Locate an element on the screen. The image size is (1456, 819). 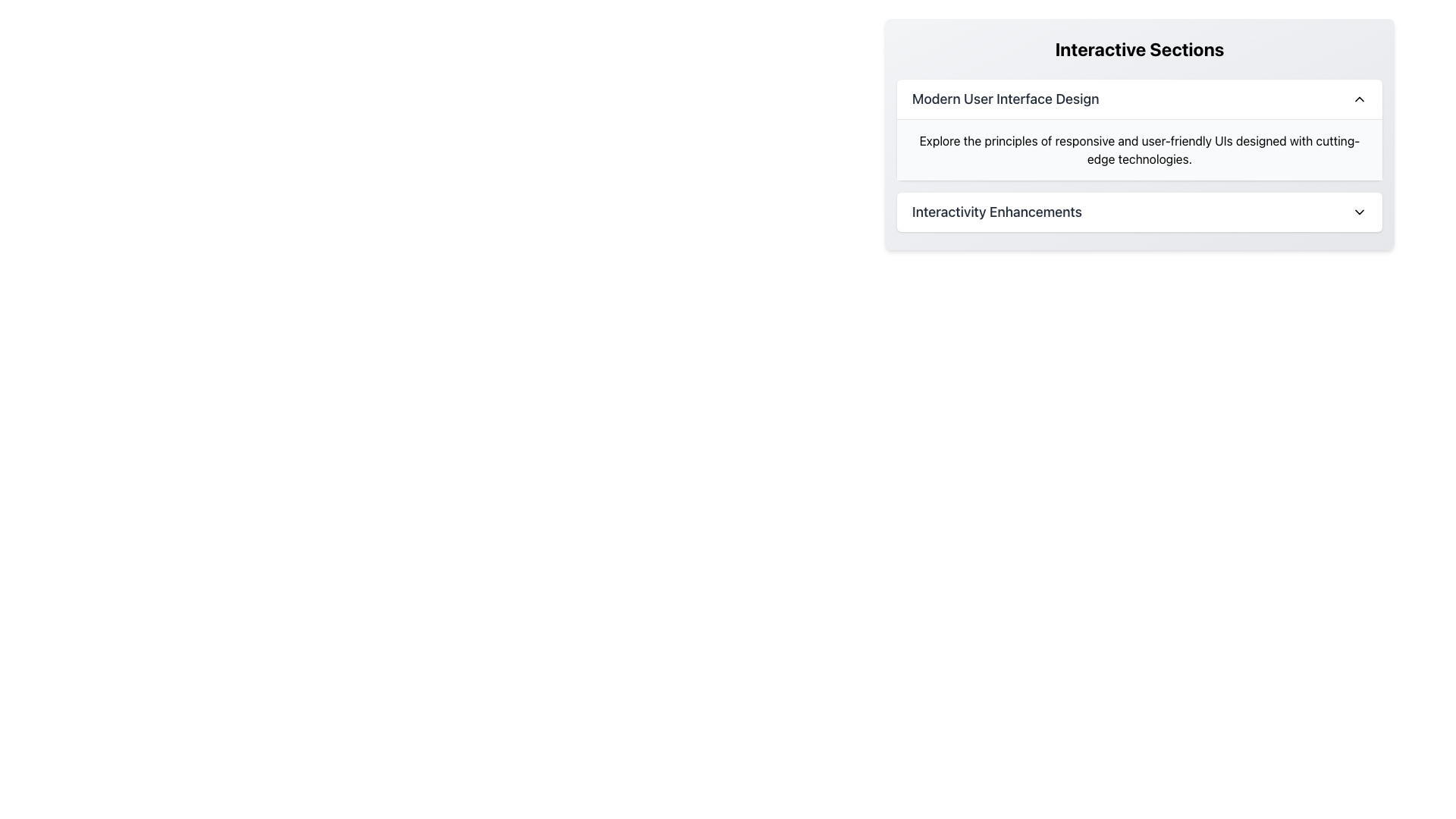
the section titled 'Interactive Sections' which contains interactive items for further interaction details is located at coordinates (1139, 133).